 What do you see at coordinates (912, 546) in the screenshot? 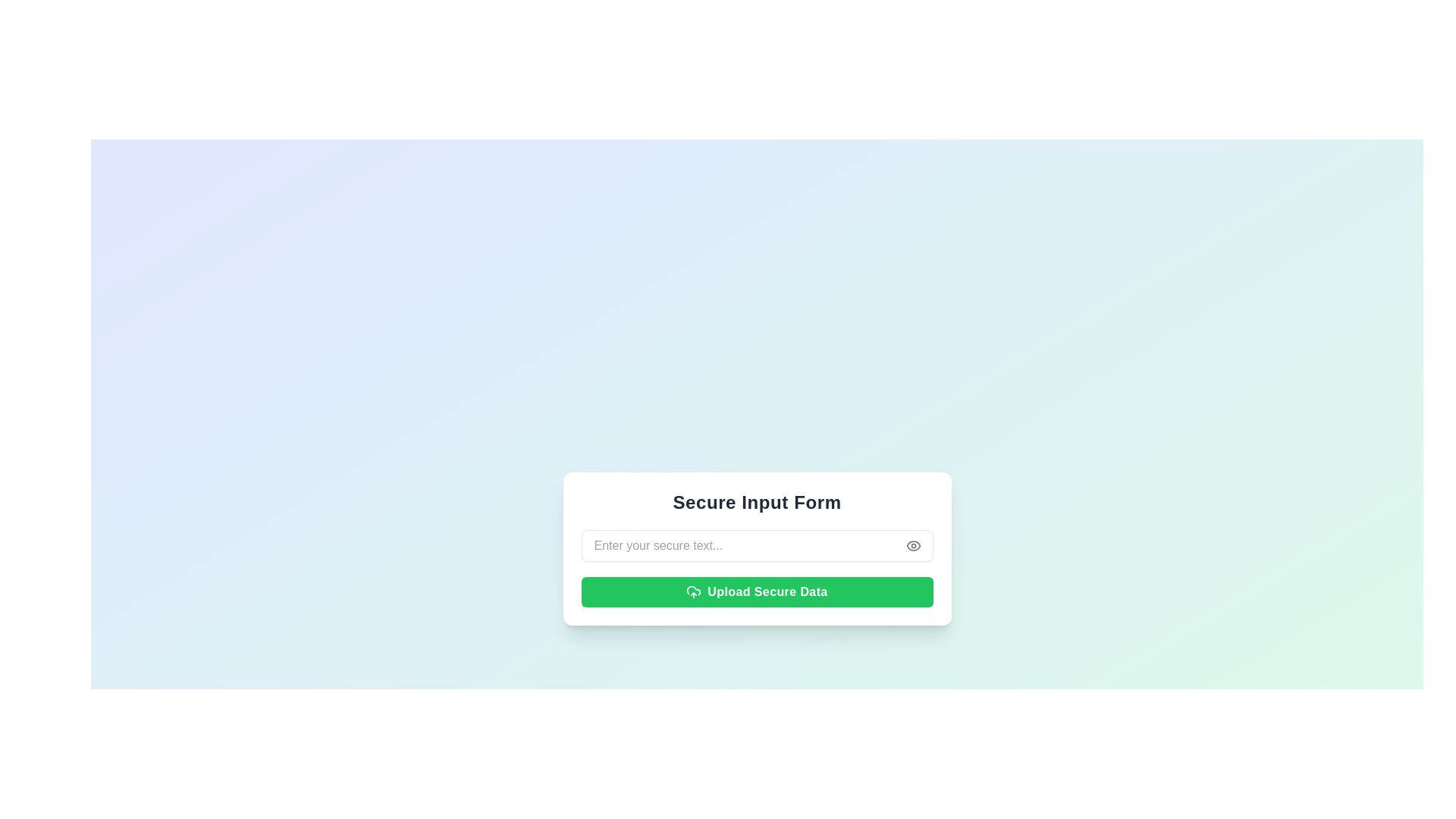
I see `the eye icon used to toggle visibility in the 'Secure Input Form', which is styled with gray color and a circular outline, located near the right edge of the input text field` at bounding box center [912, 546].